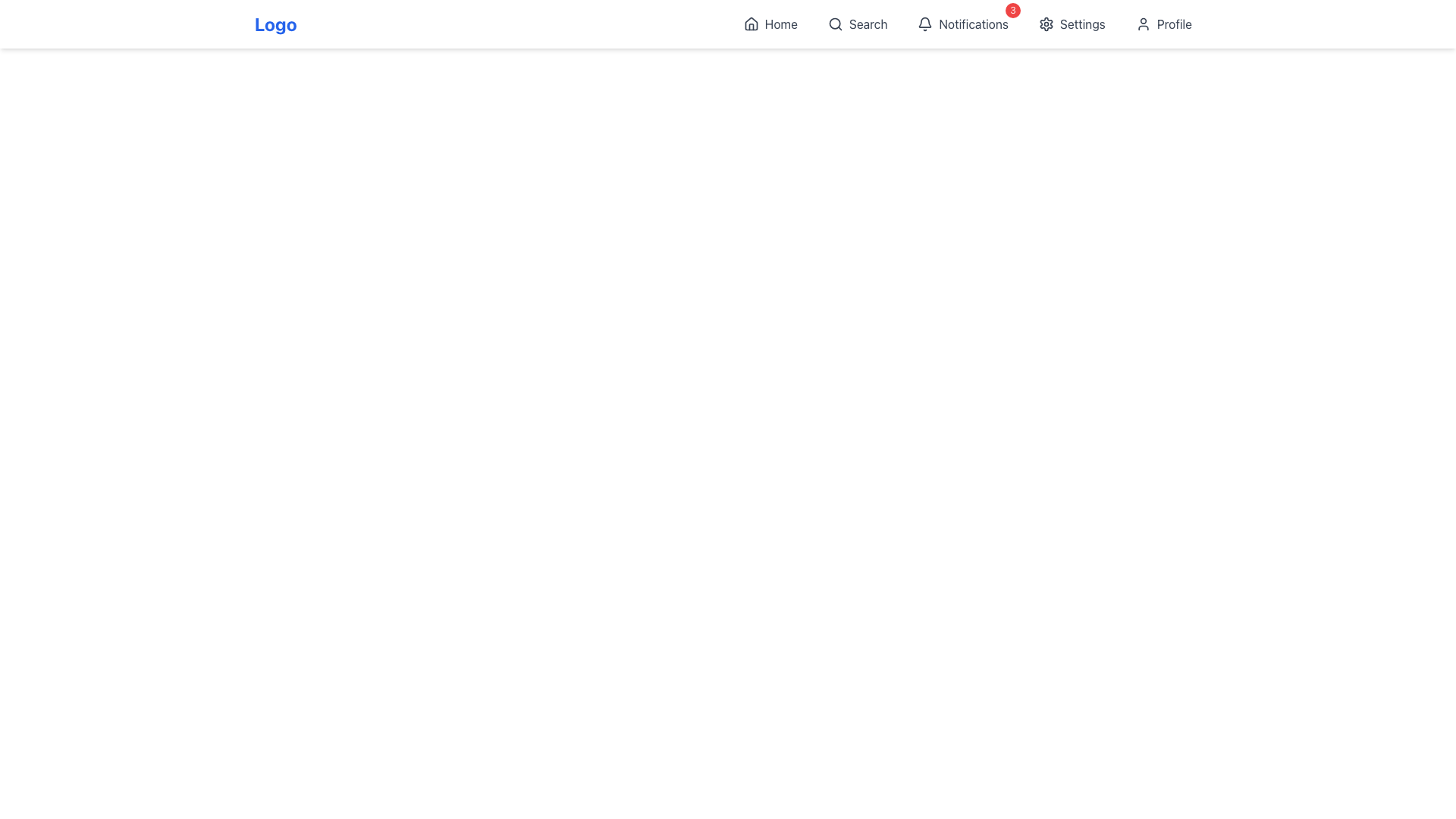  What do you see at coordinates (751, 24) in the screenshot?
I see `the 'Home' icon in the top navigation bar` at bounding box center [751, 24].